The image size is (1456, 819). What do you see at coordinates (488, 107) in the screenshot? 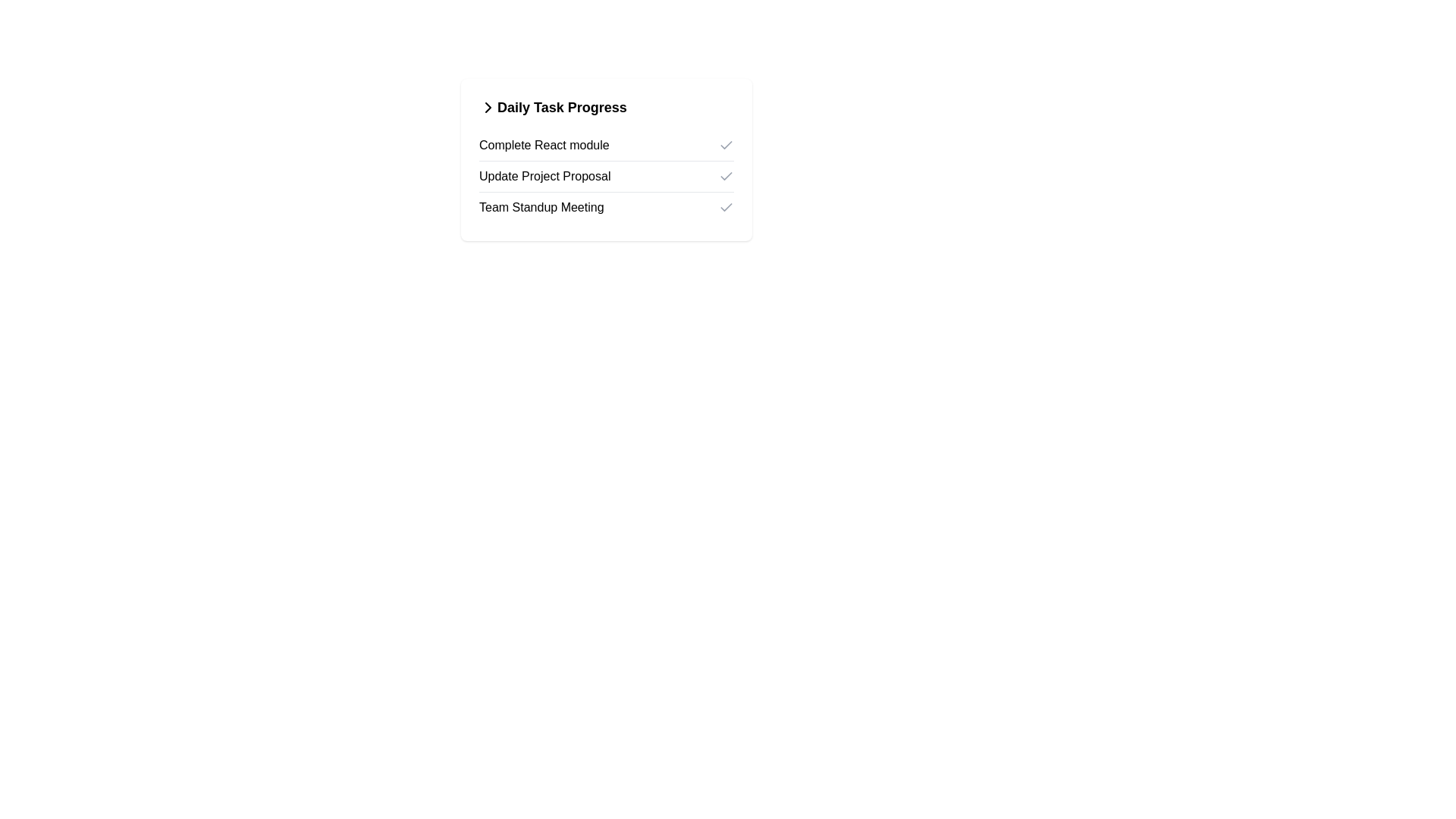
I see `the visual cue of the right-facing chevron arrow icon located within the 'Daily Task Progress' card, positioned to the left of the title text` at bounding box center [488, 107].